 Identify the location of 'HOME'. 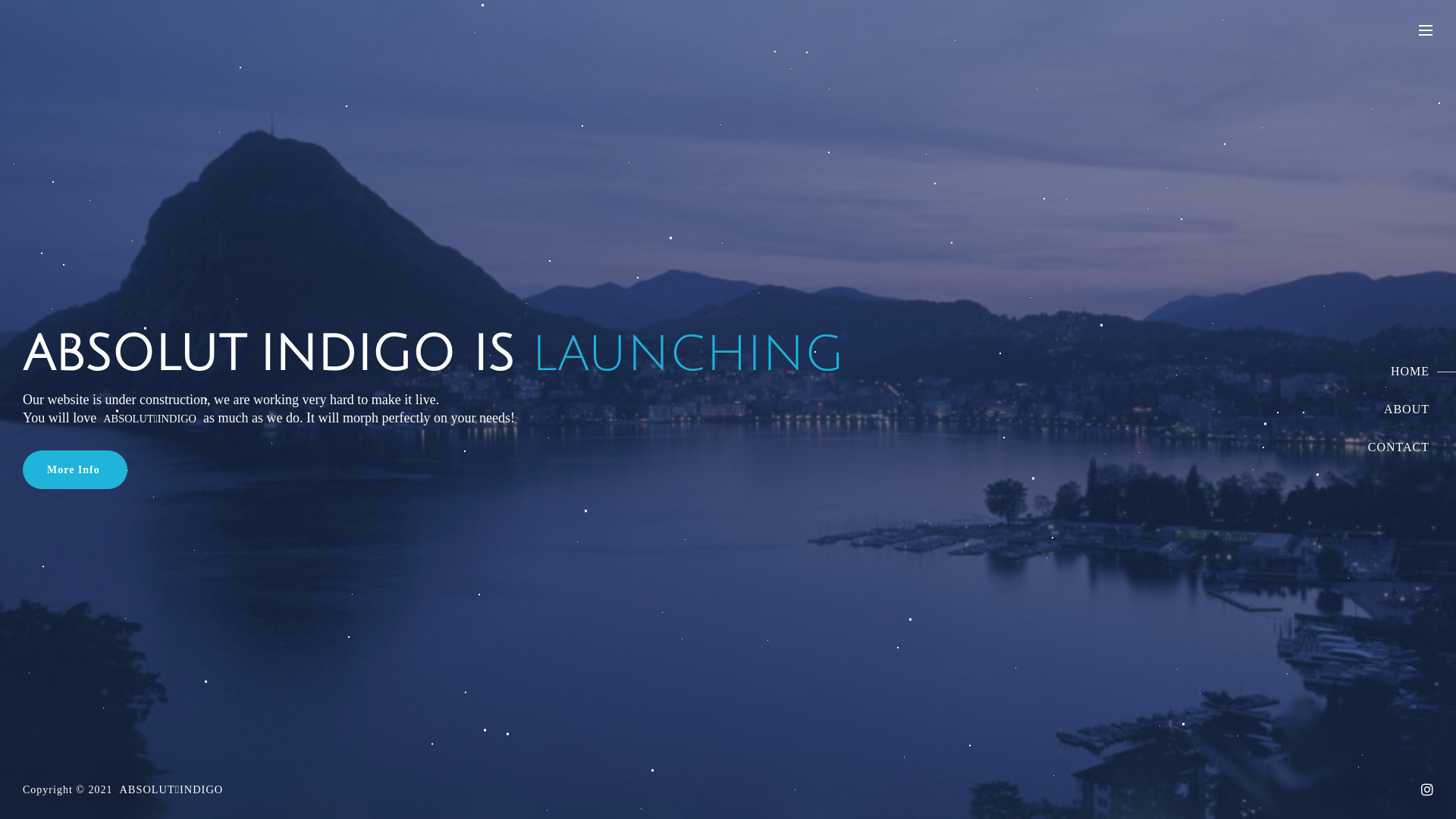
(1398, 371).